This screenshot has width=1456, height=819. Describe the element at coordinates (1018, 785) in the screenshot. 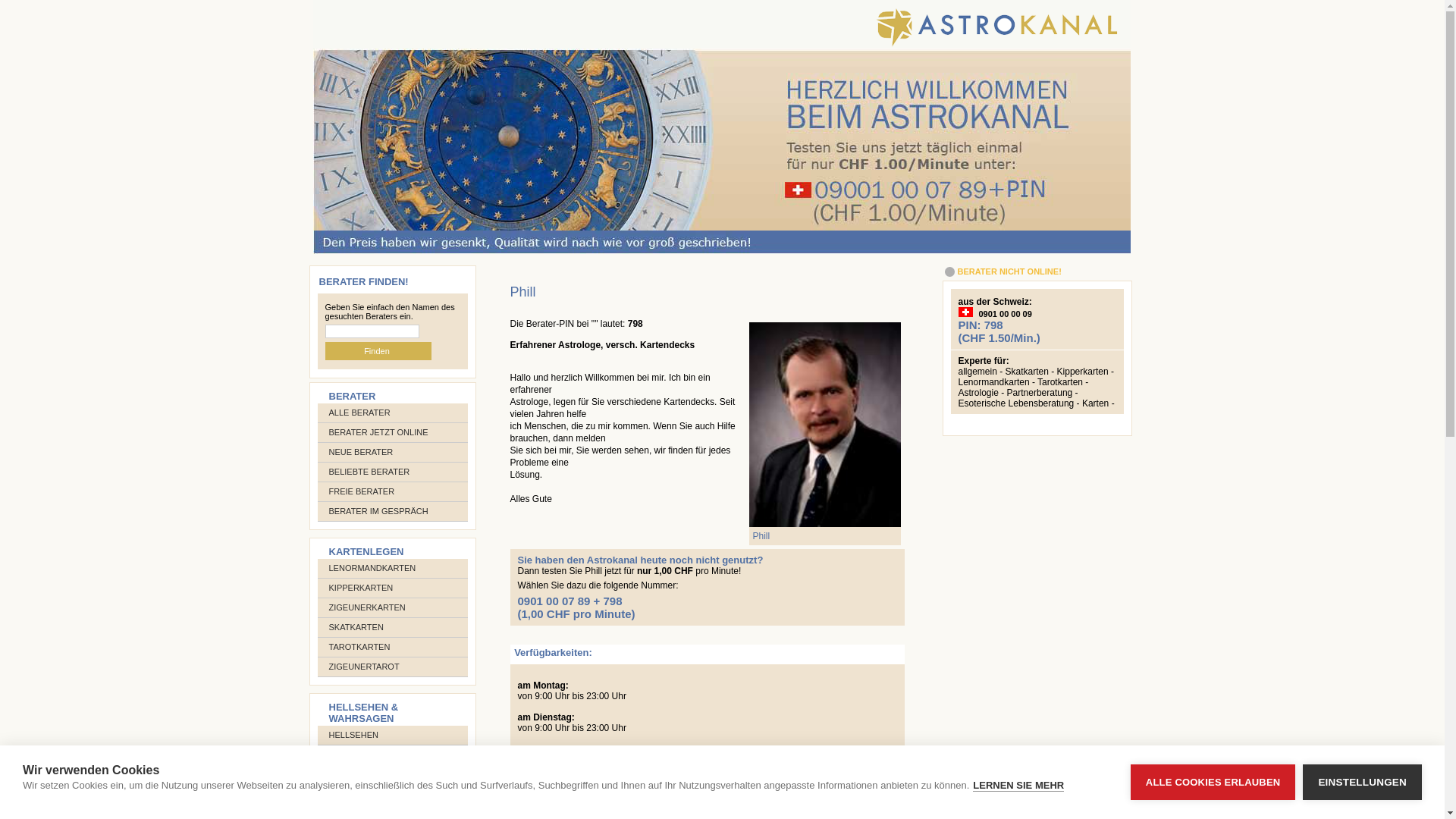

I see `'LERNEN SIE MEHR'` at that location.